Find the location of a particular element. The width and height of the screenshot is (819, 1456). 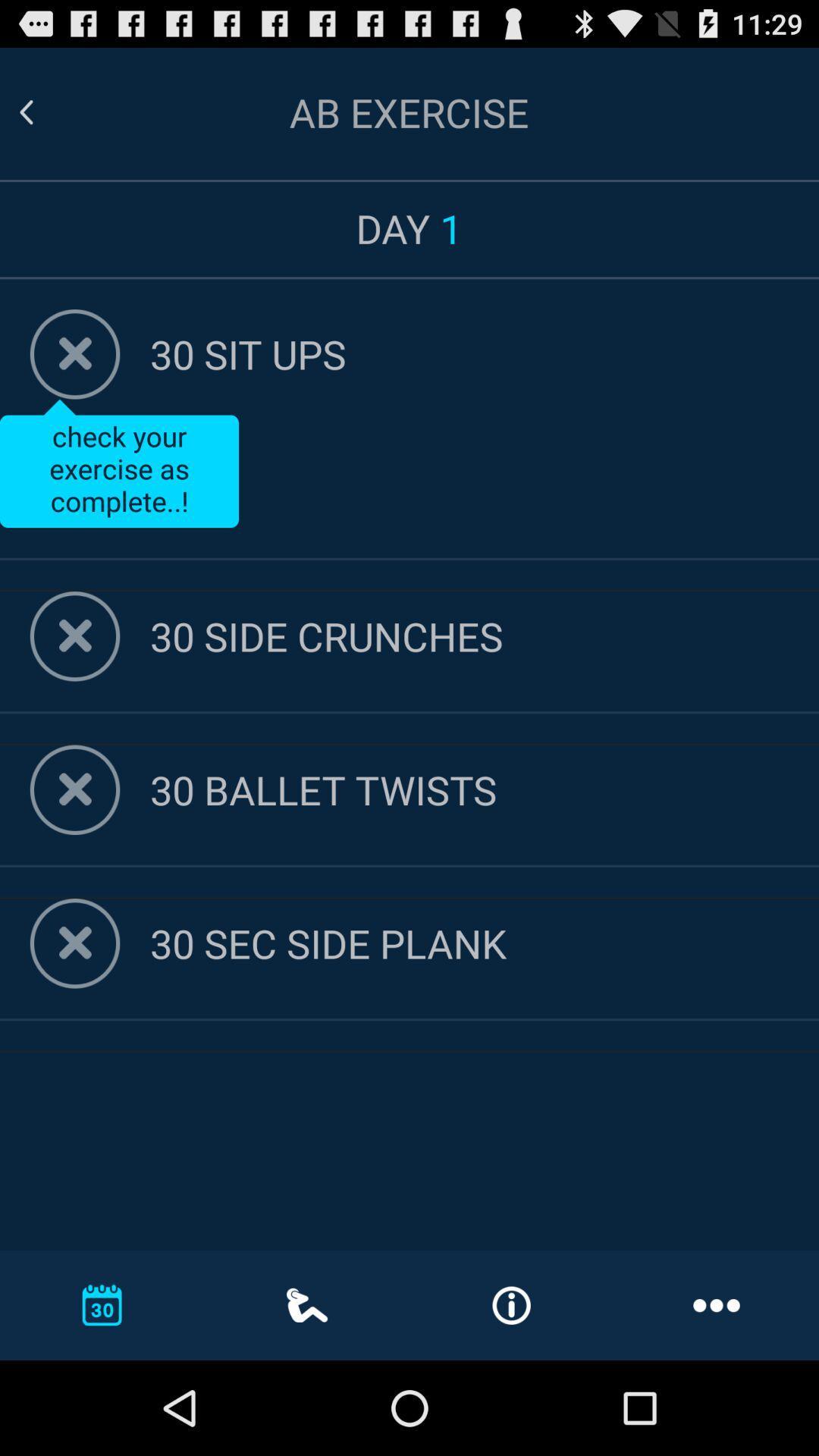

the icon above the check your exercise icon is located at coordinates (485, 353).